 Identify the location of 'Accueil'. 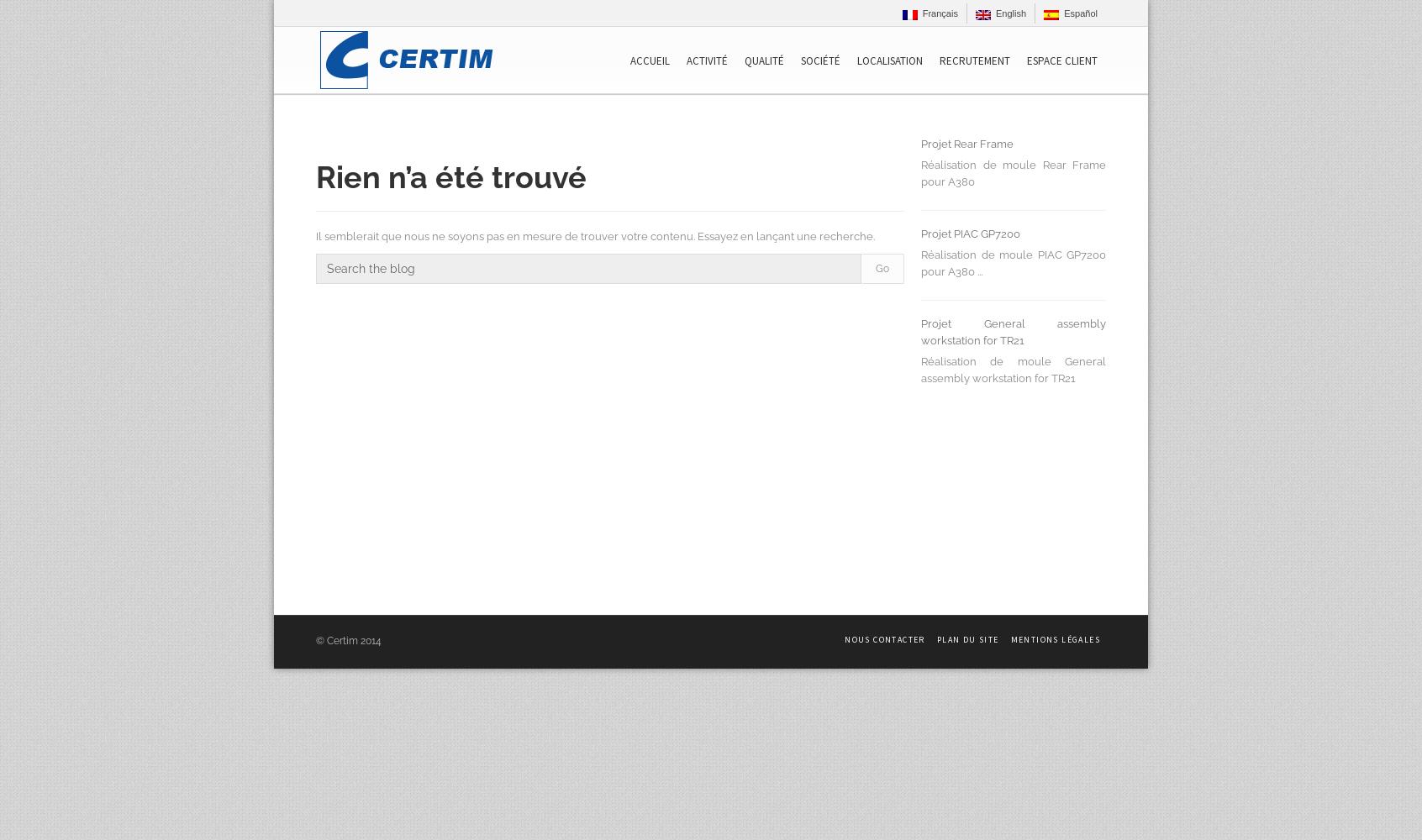
(629, 60).